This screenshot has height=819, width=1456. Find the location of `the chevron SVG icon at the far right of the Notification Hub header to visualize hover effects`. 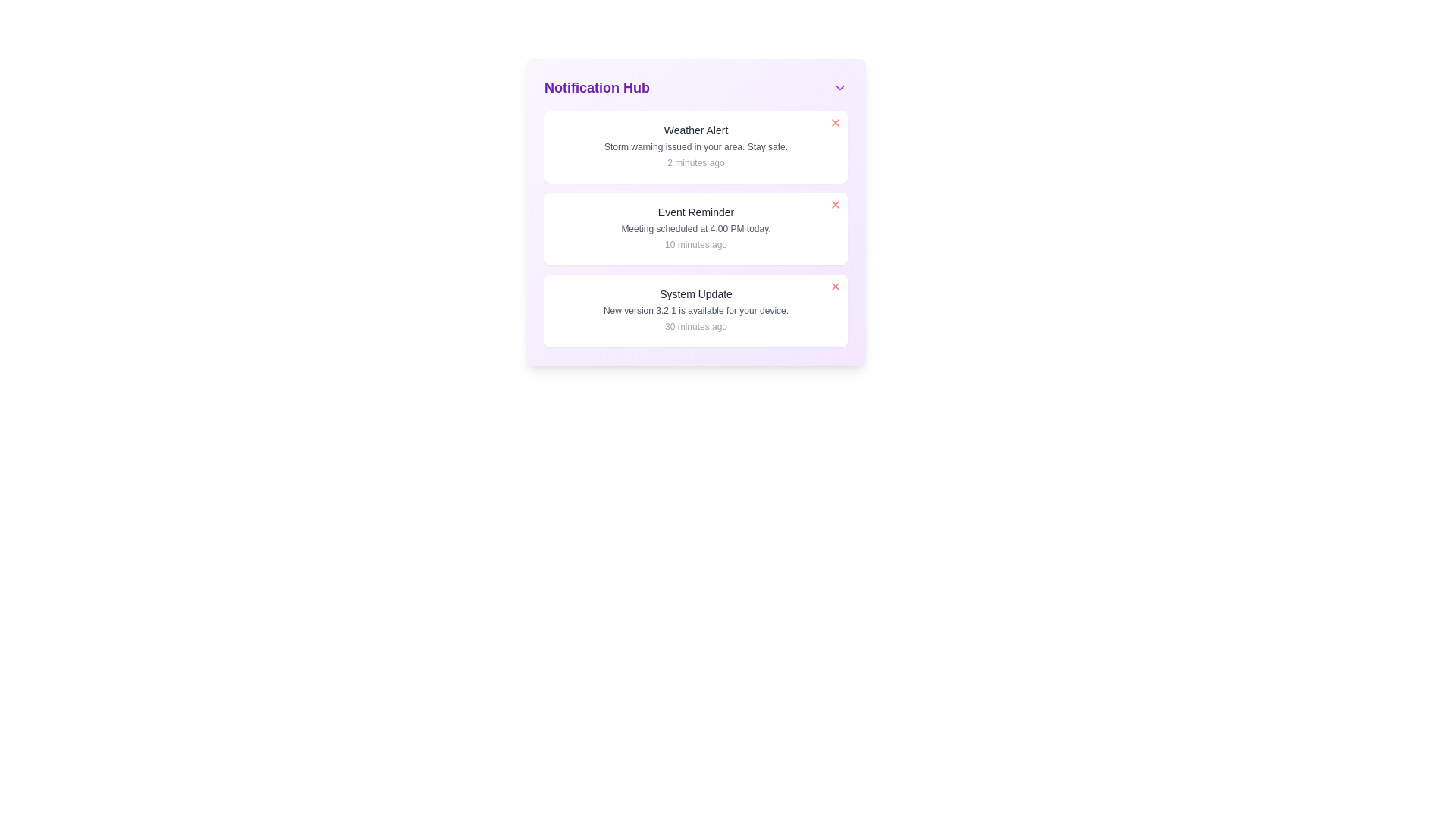

the chevron SVG icon at the far right of the Notification Hub header to visualize hover effects is located at coordinates (839, 87).